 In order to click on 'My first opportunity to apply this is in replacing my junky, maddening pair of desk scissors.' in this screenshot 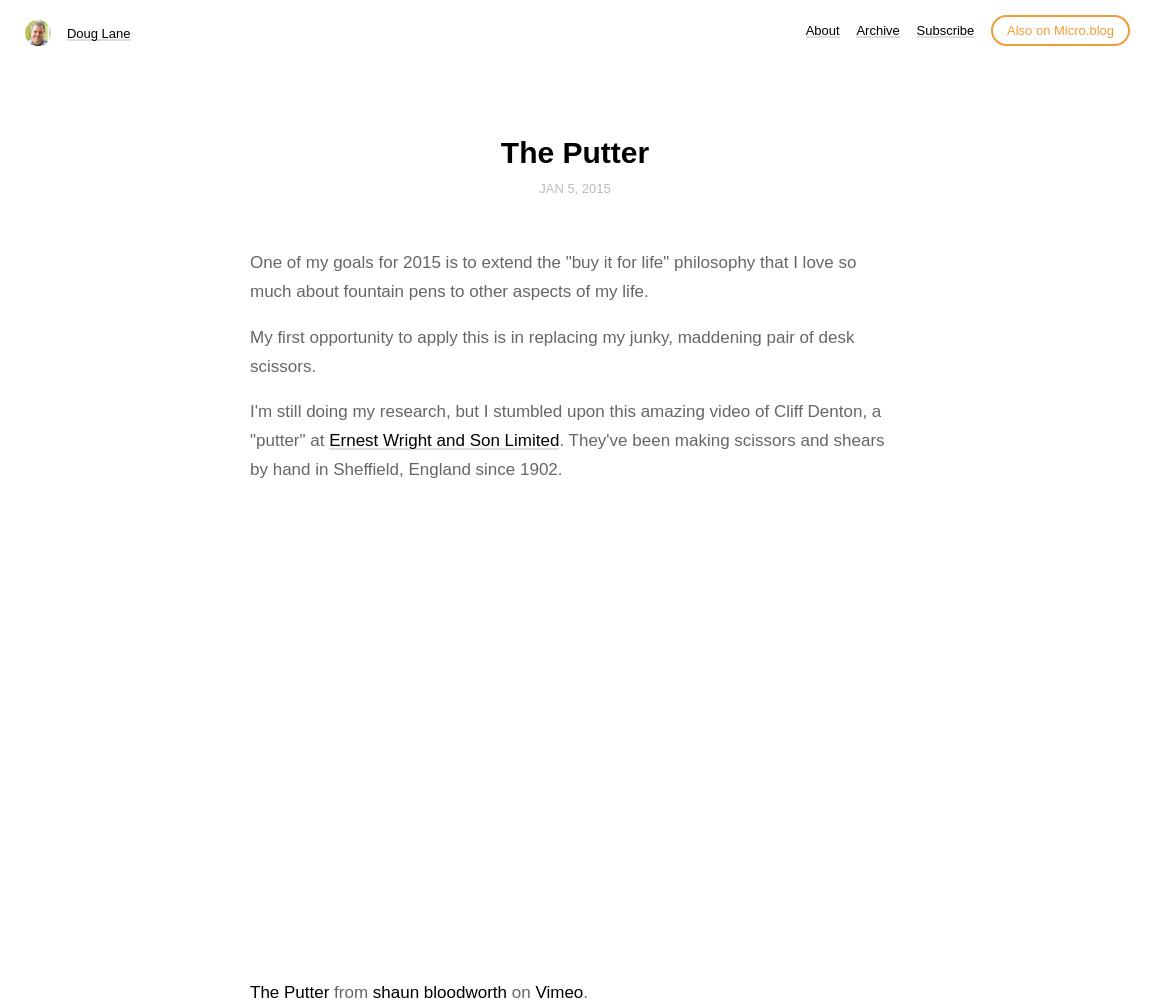, I will do `click(552, 350)`.